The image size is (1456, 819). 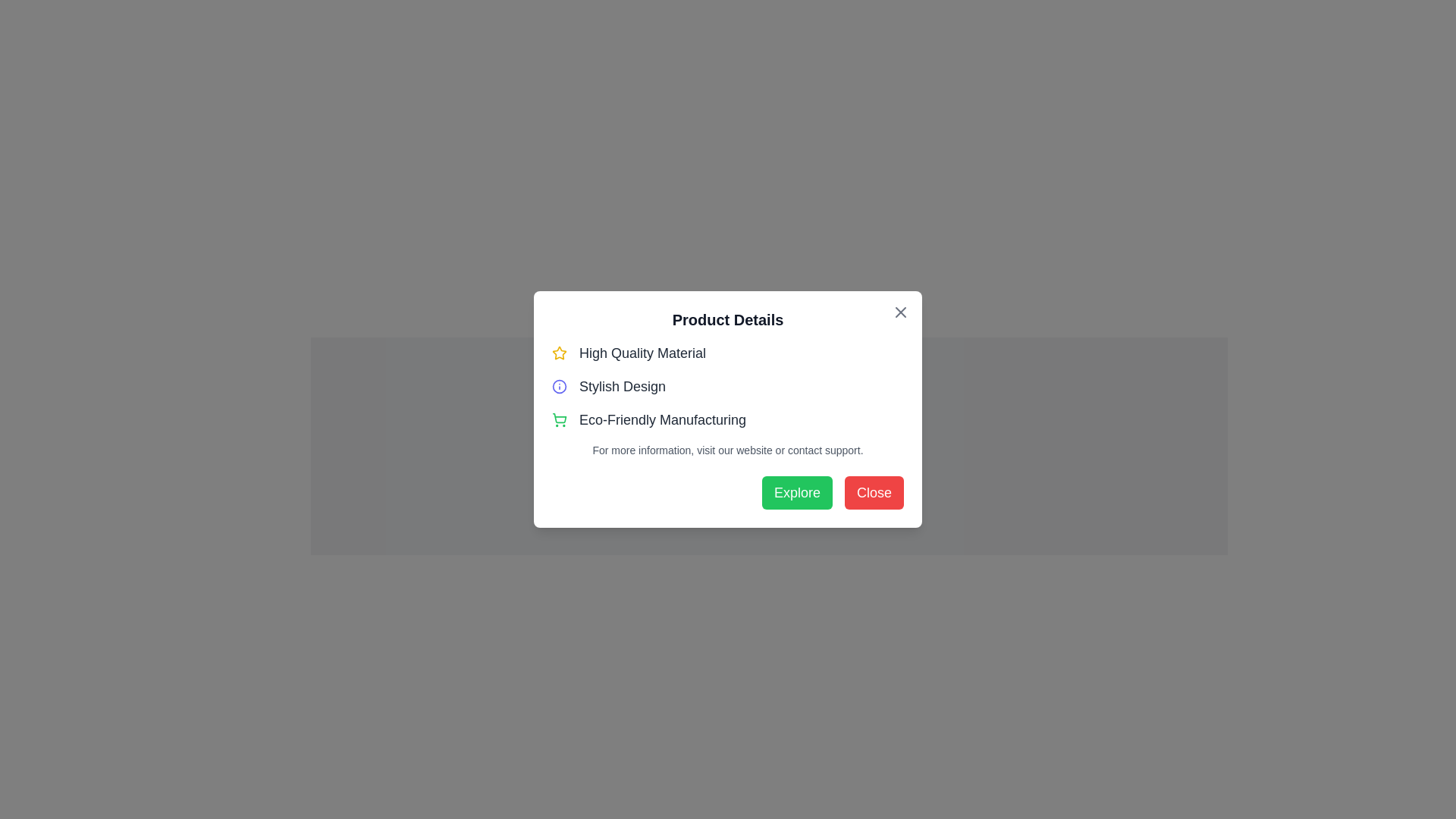 I want to click on the star icon located in the upper-left part of the dialog box, to the left of the text 'High Quality Material' to interact with it, so click(x=559, y=353).